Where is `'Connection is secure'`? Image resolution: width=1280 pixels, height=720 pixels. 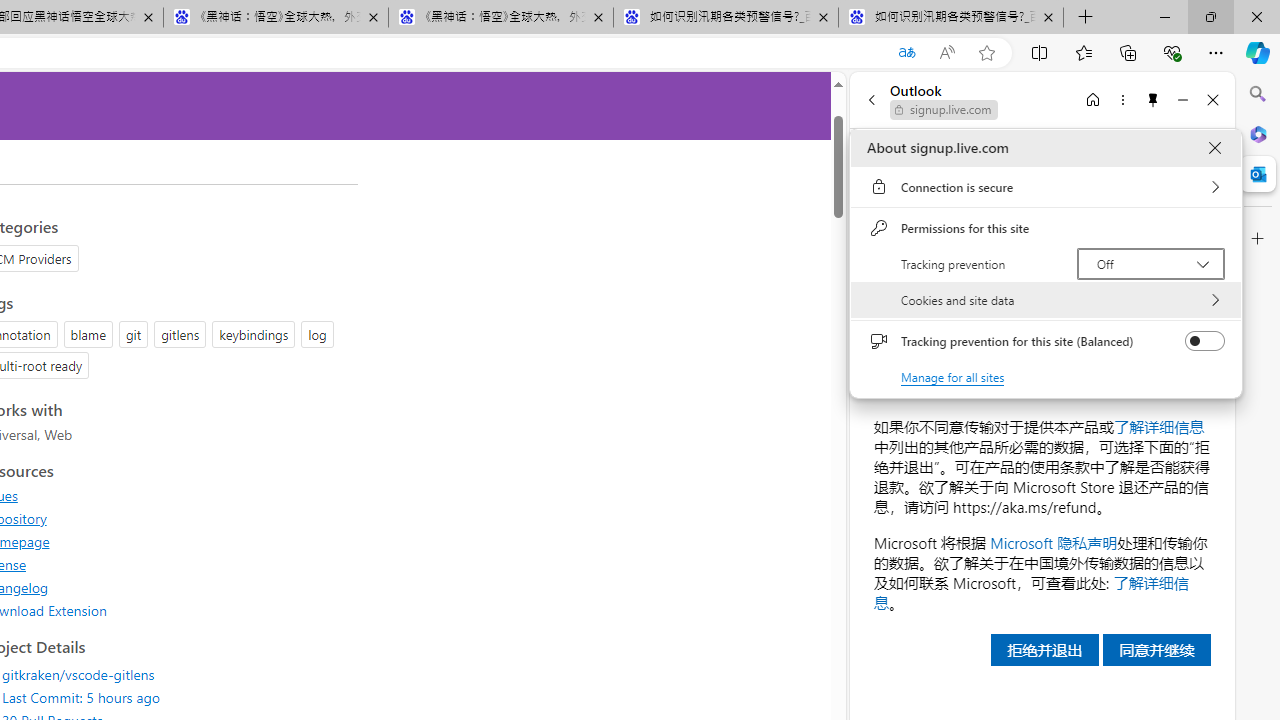
'Connection is secure' is located at coordinates (1045, 187).